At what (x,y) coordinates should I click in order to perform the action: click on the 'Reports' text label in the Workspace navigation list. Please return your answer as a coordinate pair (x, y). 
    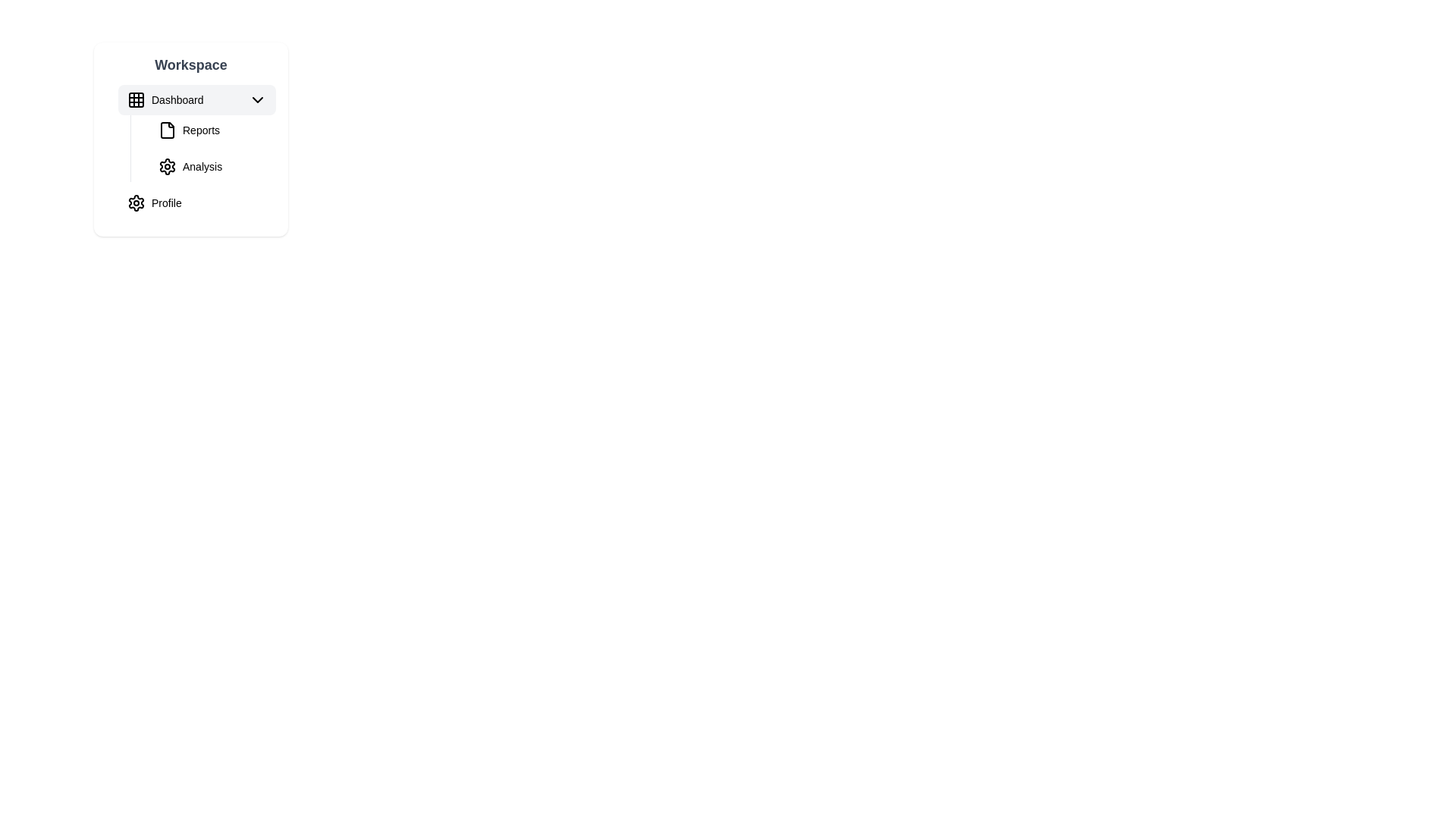
    Looking at the image, I should click on (200, 130).